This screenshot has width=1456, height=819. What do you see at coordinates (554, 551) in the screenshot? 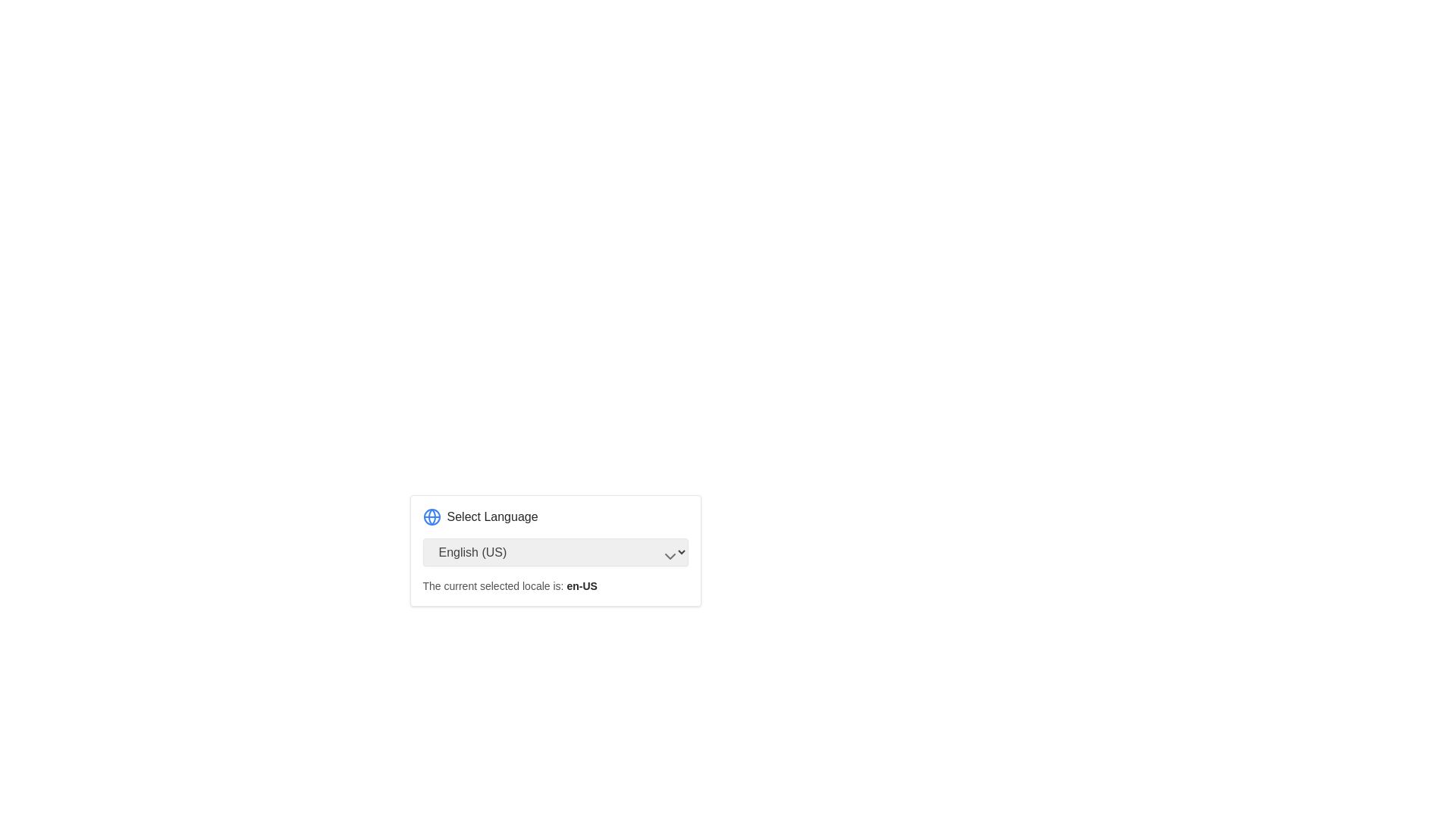
I see `the dropdown menu in the language selection interface` at bounding box center [554, 551].